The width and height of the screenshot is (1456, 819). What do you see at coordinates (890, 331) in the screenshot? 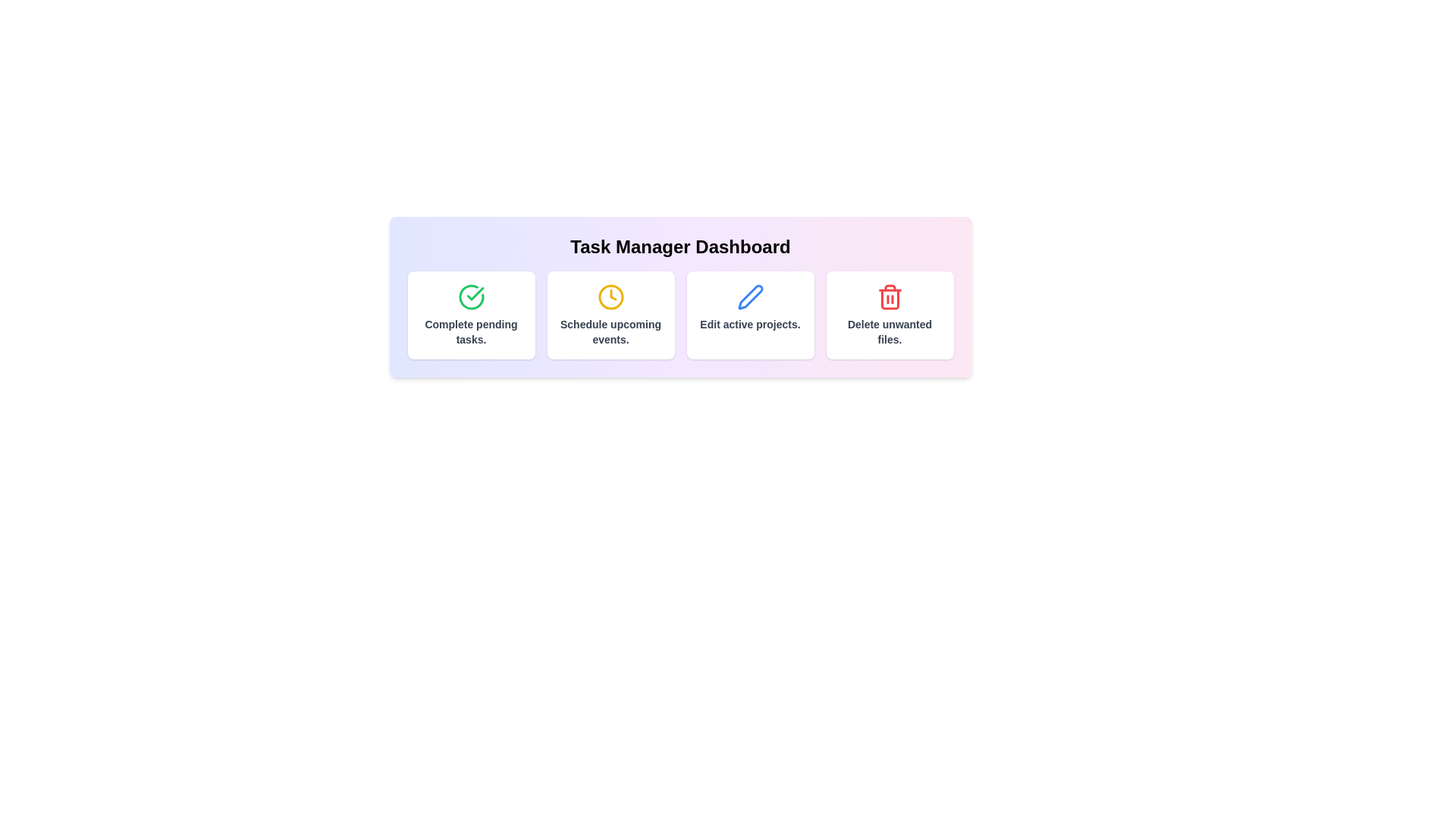
I see `descriptive text labeled 'This Text allows users to:' which is located at the bottom part of the fourth action card from the left in the dashboard interface` at bounding box center [890, 331].